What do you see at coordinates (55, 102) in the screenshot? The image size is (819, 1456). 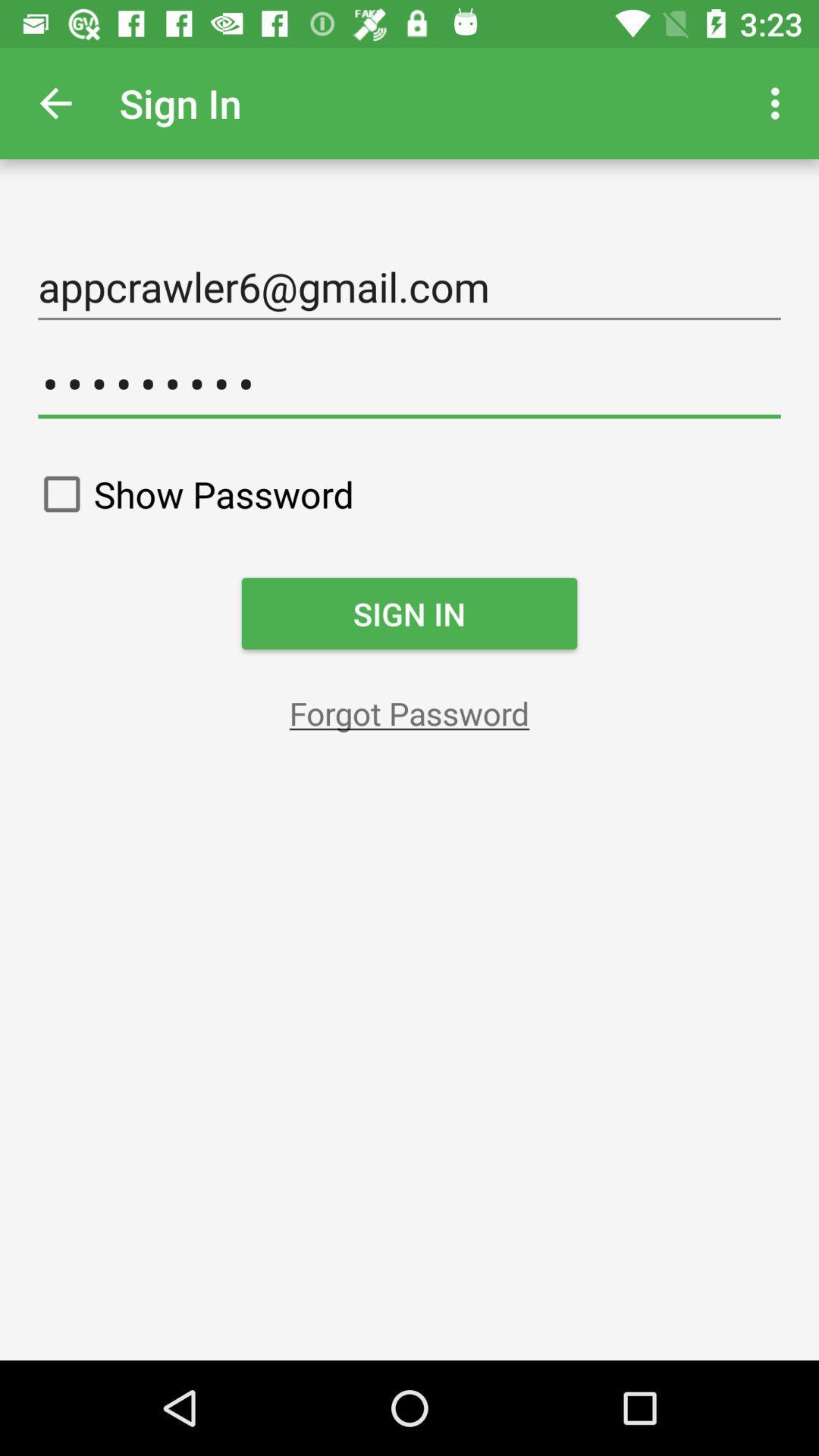 I see `item above the appcrawler6@gmail.com item` at bounding box center [55, 102].